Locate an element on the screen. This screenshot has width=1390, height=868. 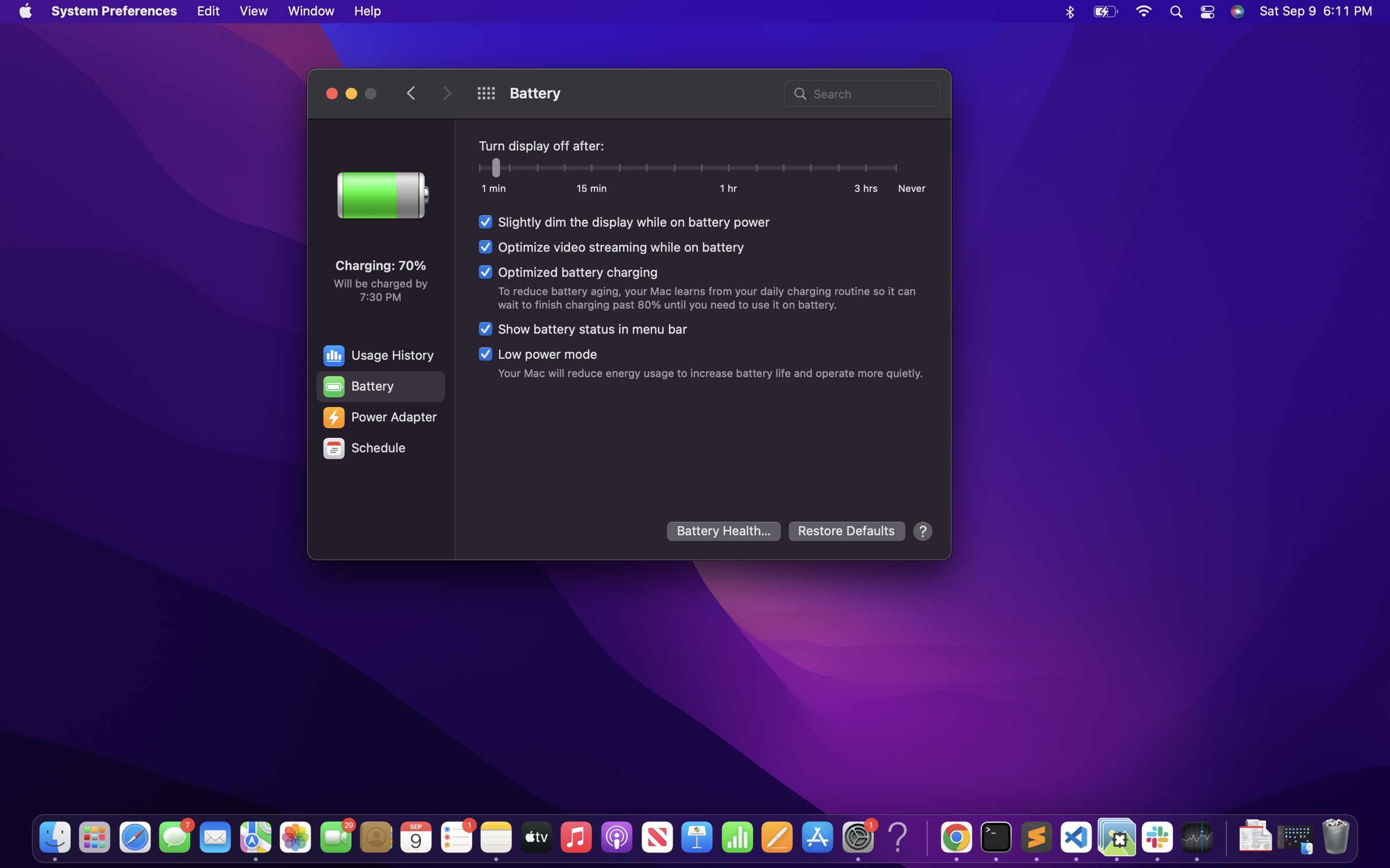
Restore default settings is located at coordinates (847, 531).